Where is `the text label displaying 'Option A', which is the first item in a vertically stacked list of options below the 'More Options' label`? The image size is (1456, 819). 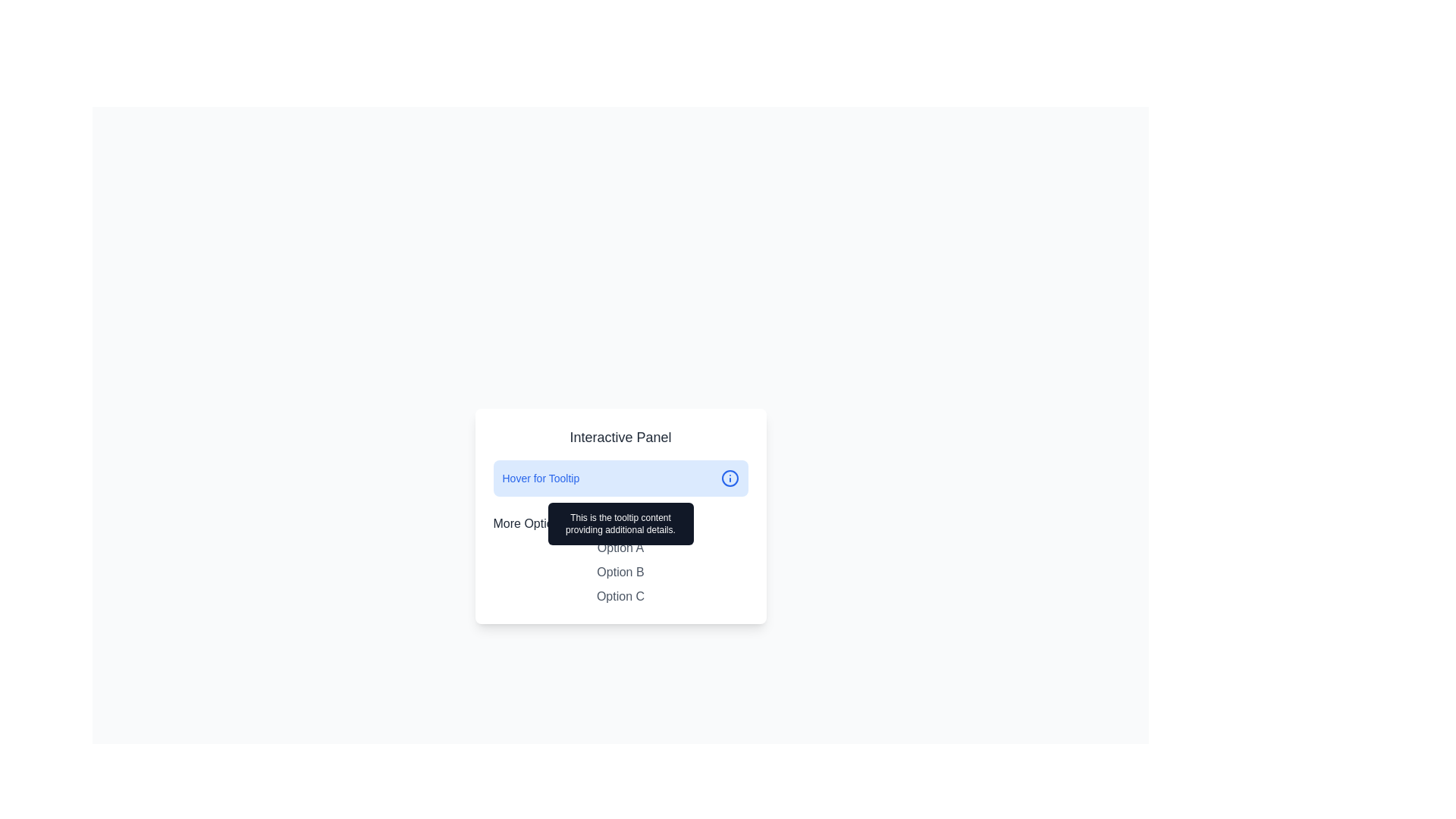 the text label displaying 'Option A', which is the first item in a vertically stacked list of options below the 'More Options' label is located at coordinates (620, 548).